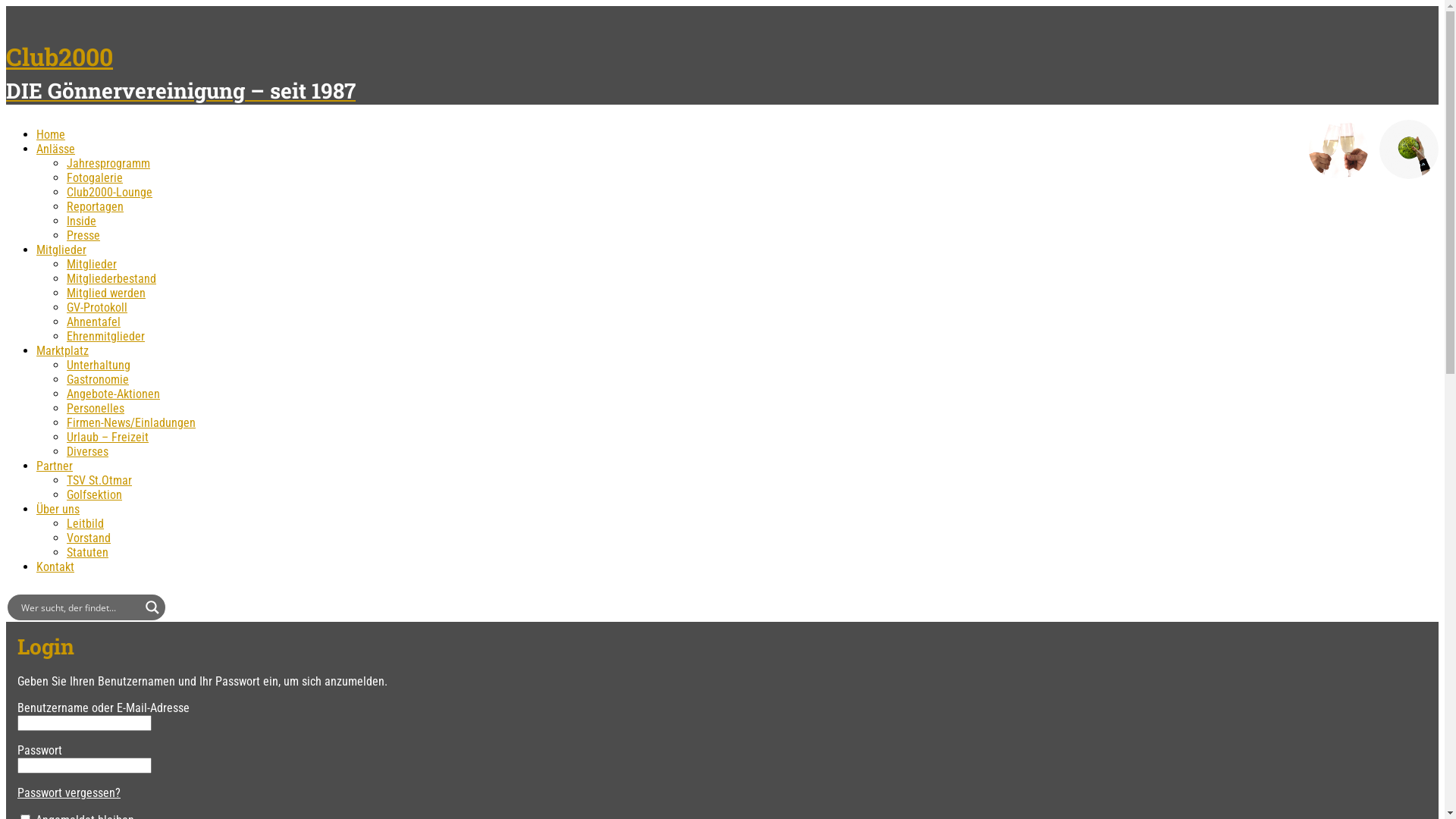 The image size is (1456, 819). What do you see at coordinates (65, 293) in the screenshot?
I see `'Mitglied werden'` at bounding box center [65, 293].